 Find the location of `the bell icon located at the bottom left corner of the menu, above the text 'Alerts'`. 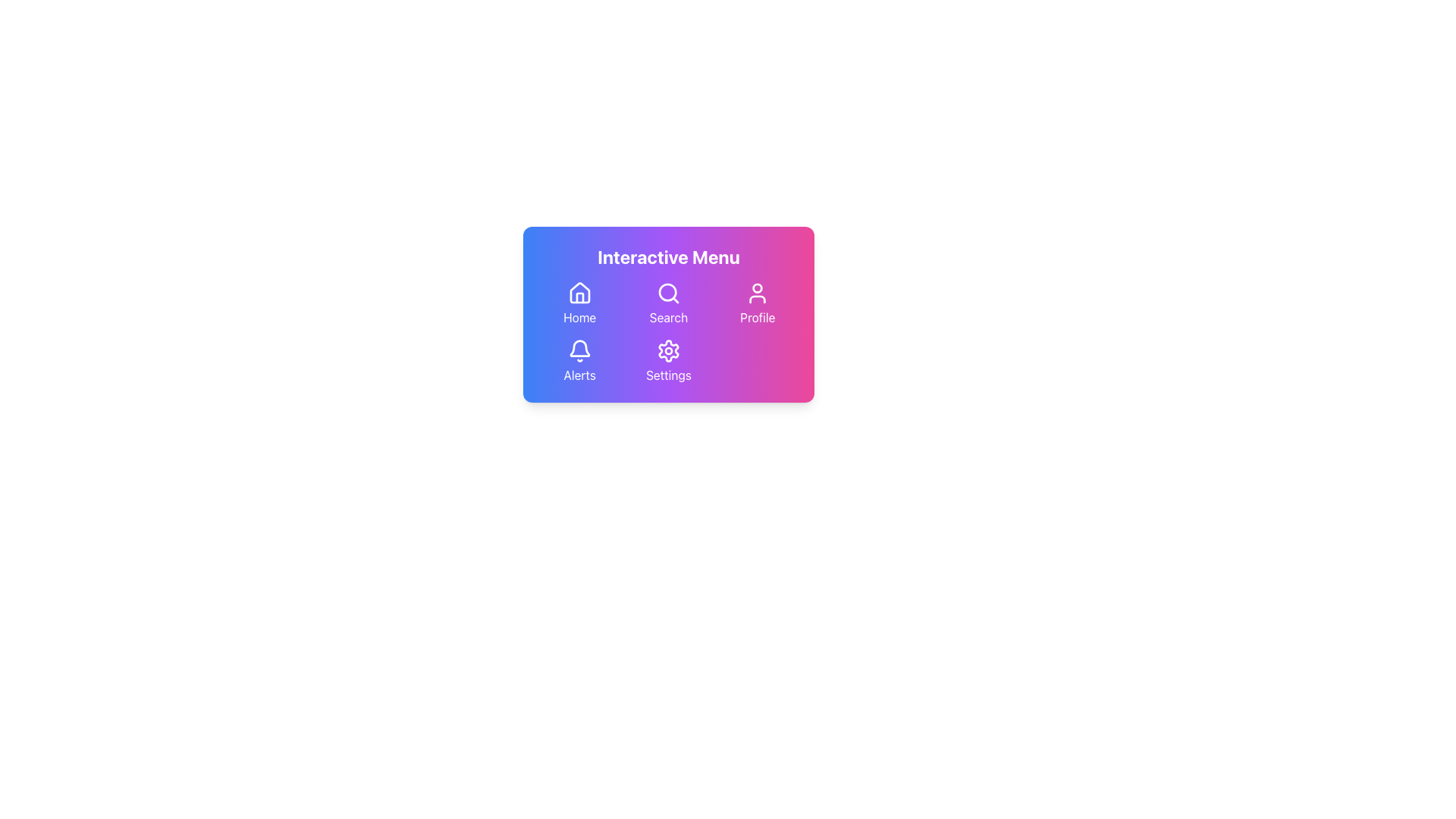

the bell icon located at the bottom left corner of the menu, above the text 'Alerts' is located at coordinates (579, 350).